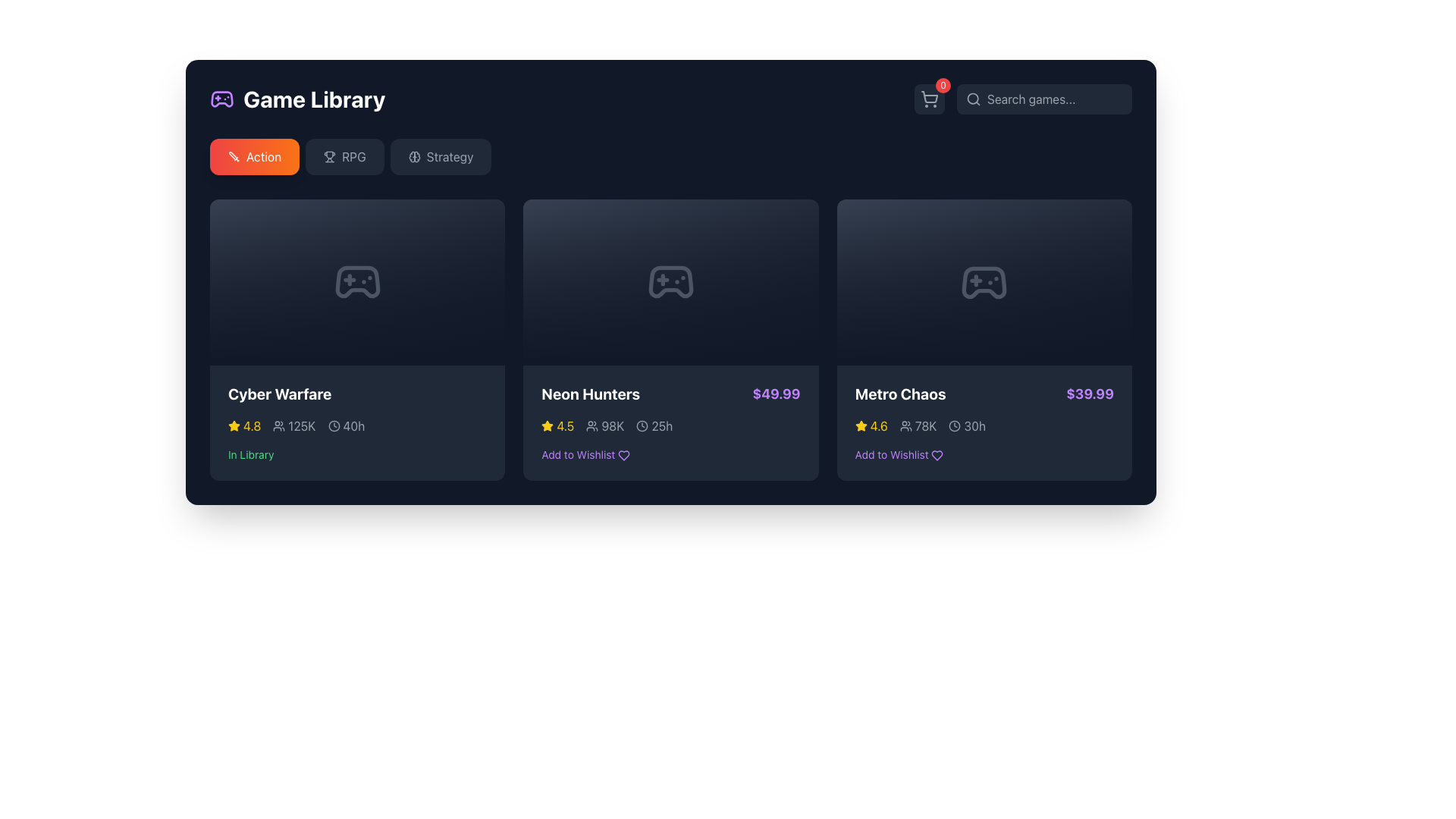 This screenshot has height=819, width=1456. I want to click on the static label displaying the price '$49.99' in bold purple text, located on the right side of the 'Neon Hunters' card, so click(777, 394).